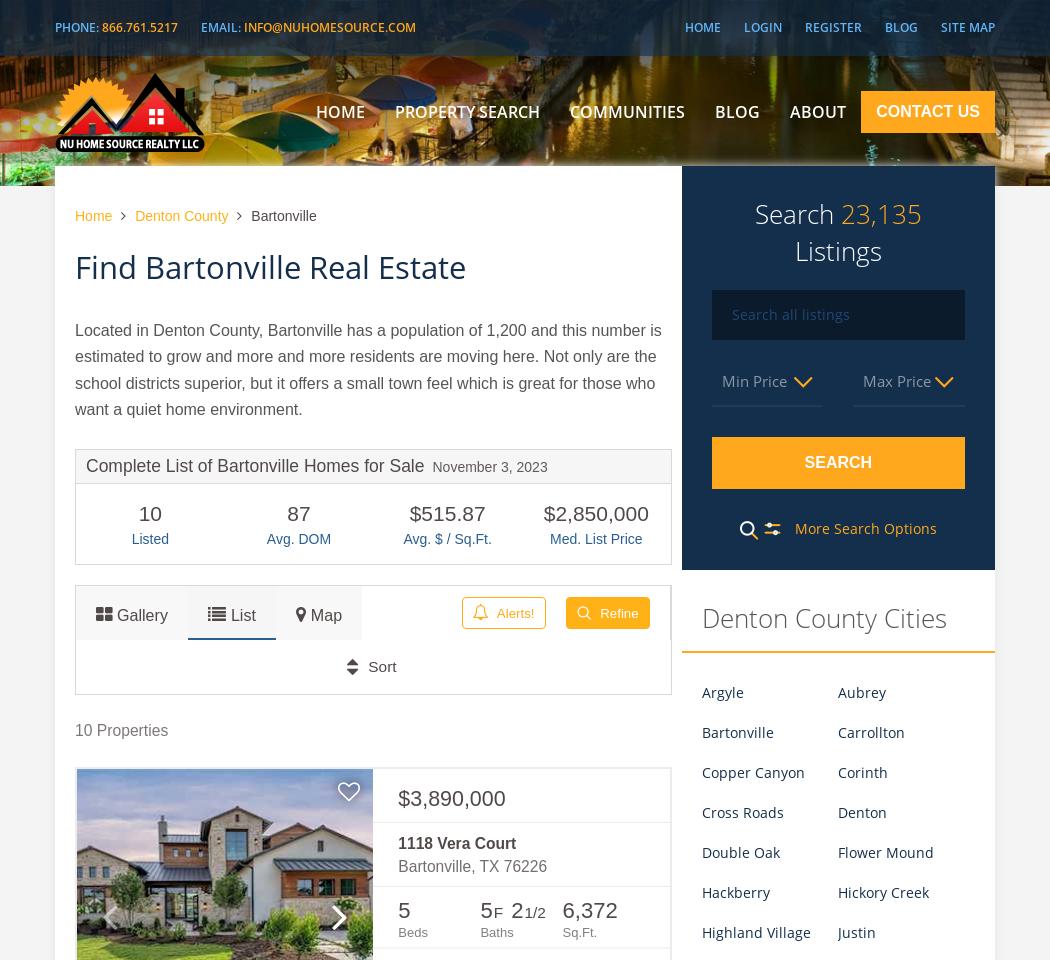 Image resolution: width=1050 pixels, height=960 pixels. I want to click on 'Alerts!', so click(514, 611).